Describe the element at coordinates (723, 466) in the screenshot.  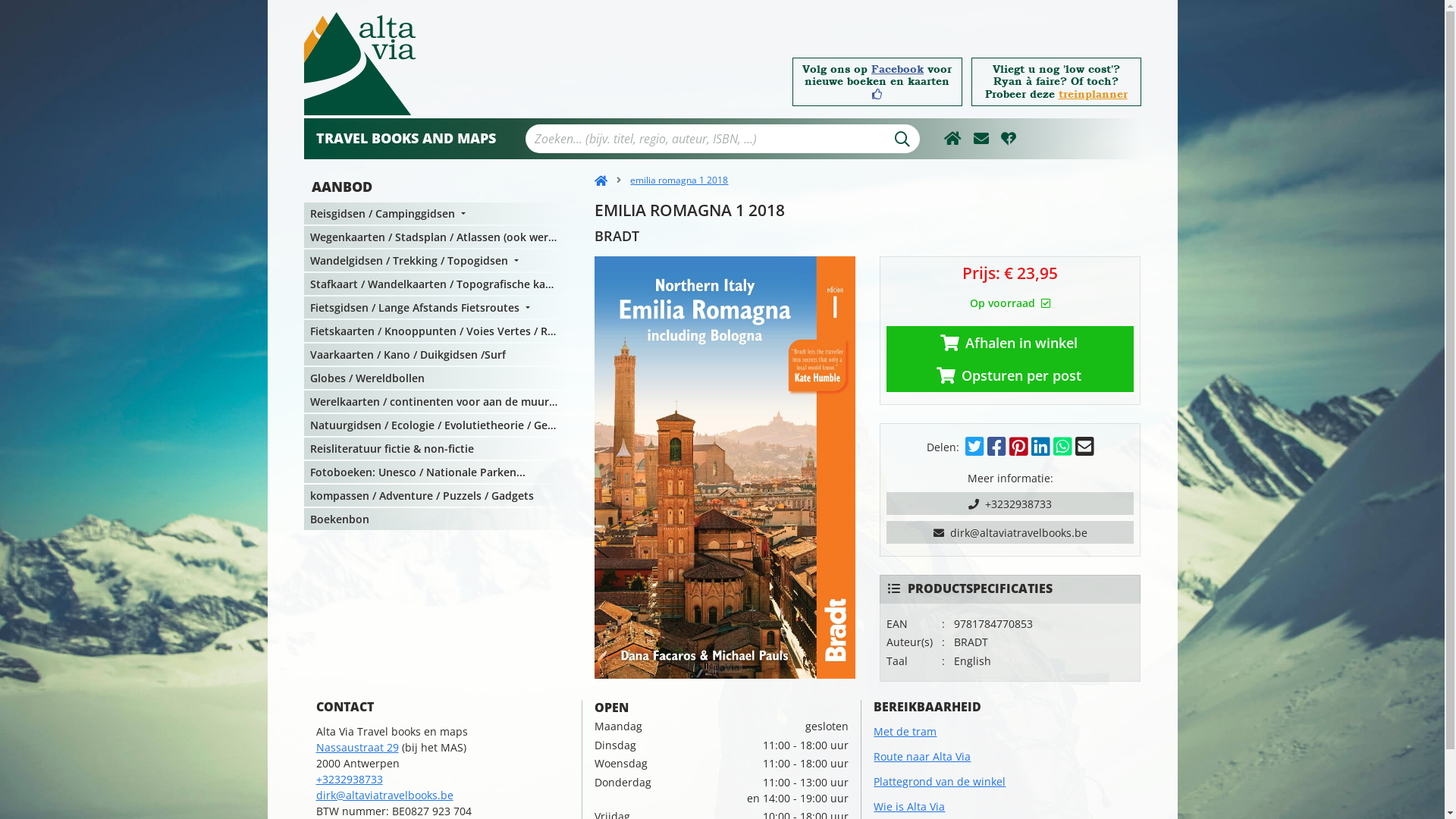
I see `'emilia romagna 1 2018'` at that location.